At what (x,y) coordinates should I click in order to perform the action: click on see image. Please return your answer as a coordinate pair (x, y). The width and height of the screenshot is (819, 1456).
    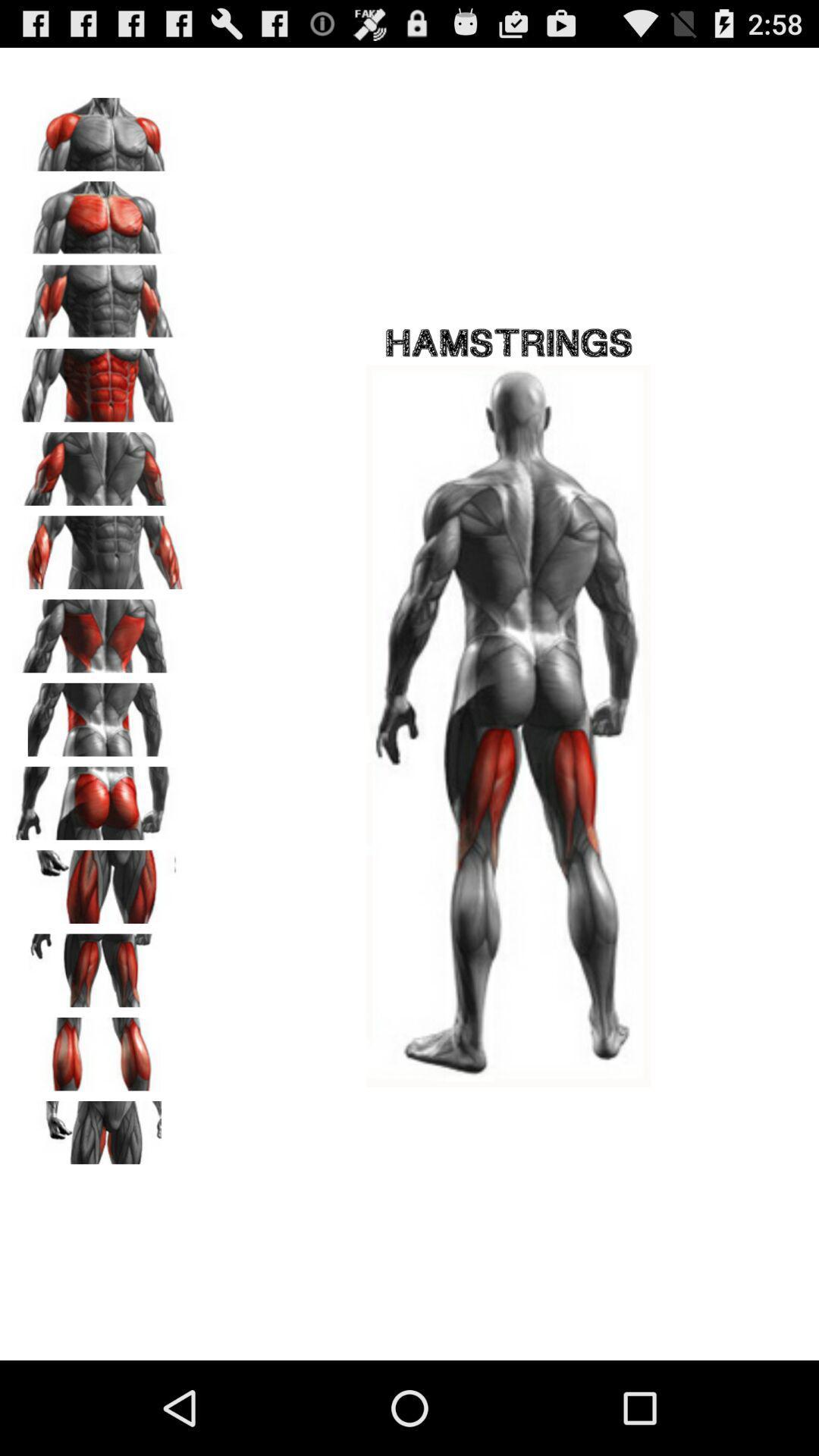
    Looking at the image, I should click on (99, 463).